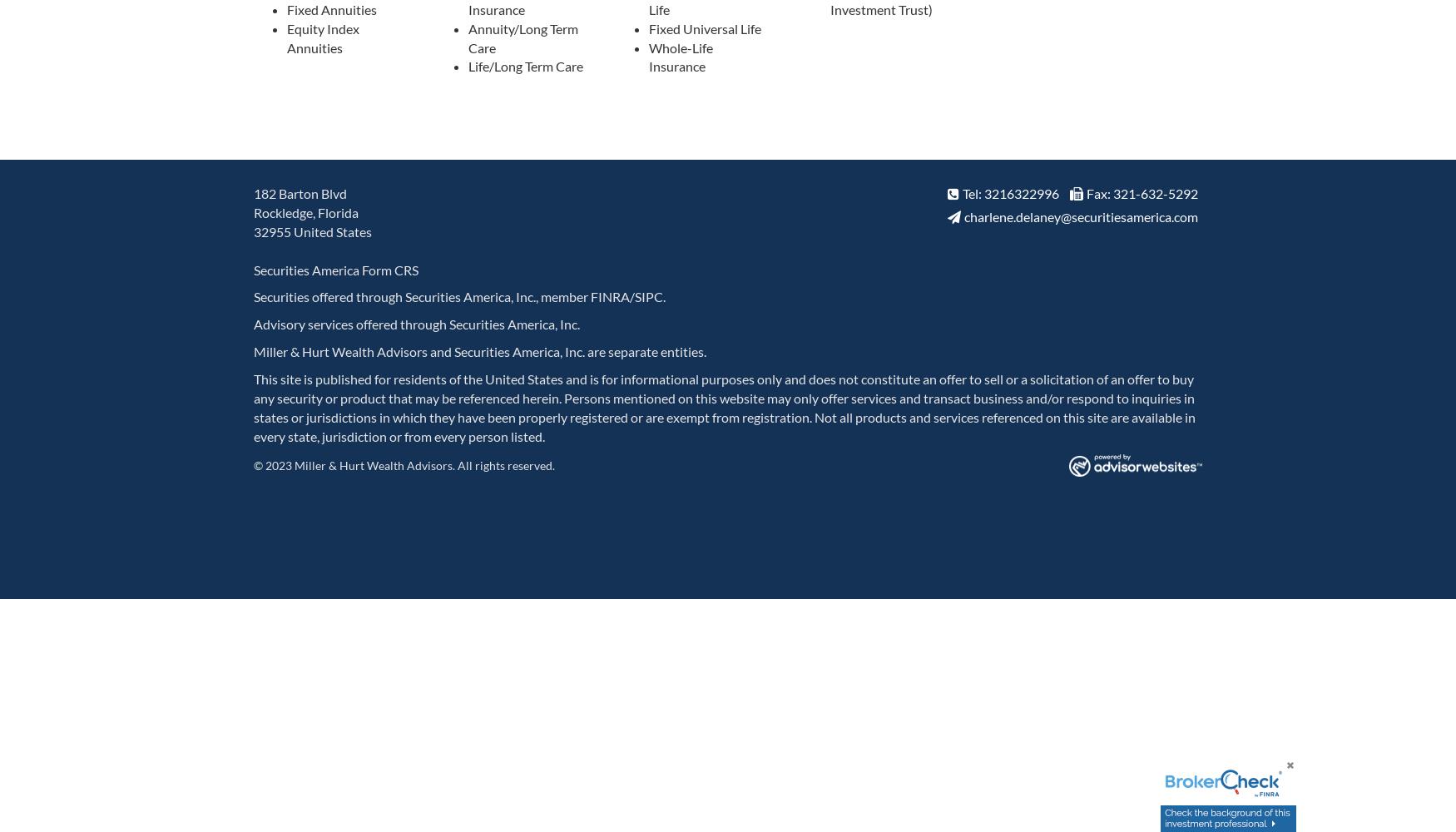 This screenshot has width=1456, height=832. What do you see at coordinates (681, 56) in the screenshot?
I see `'Whole-Life Insurance'` at bounding box center [681, 56].